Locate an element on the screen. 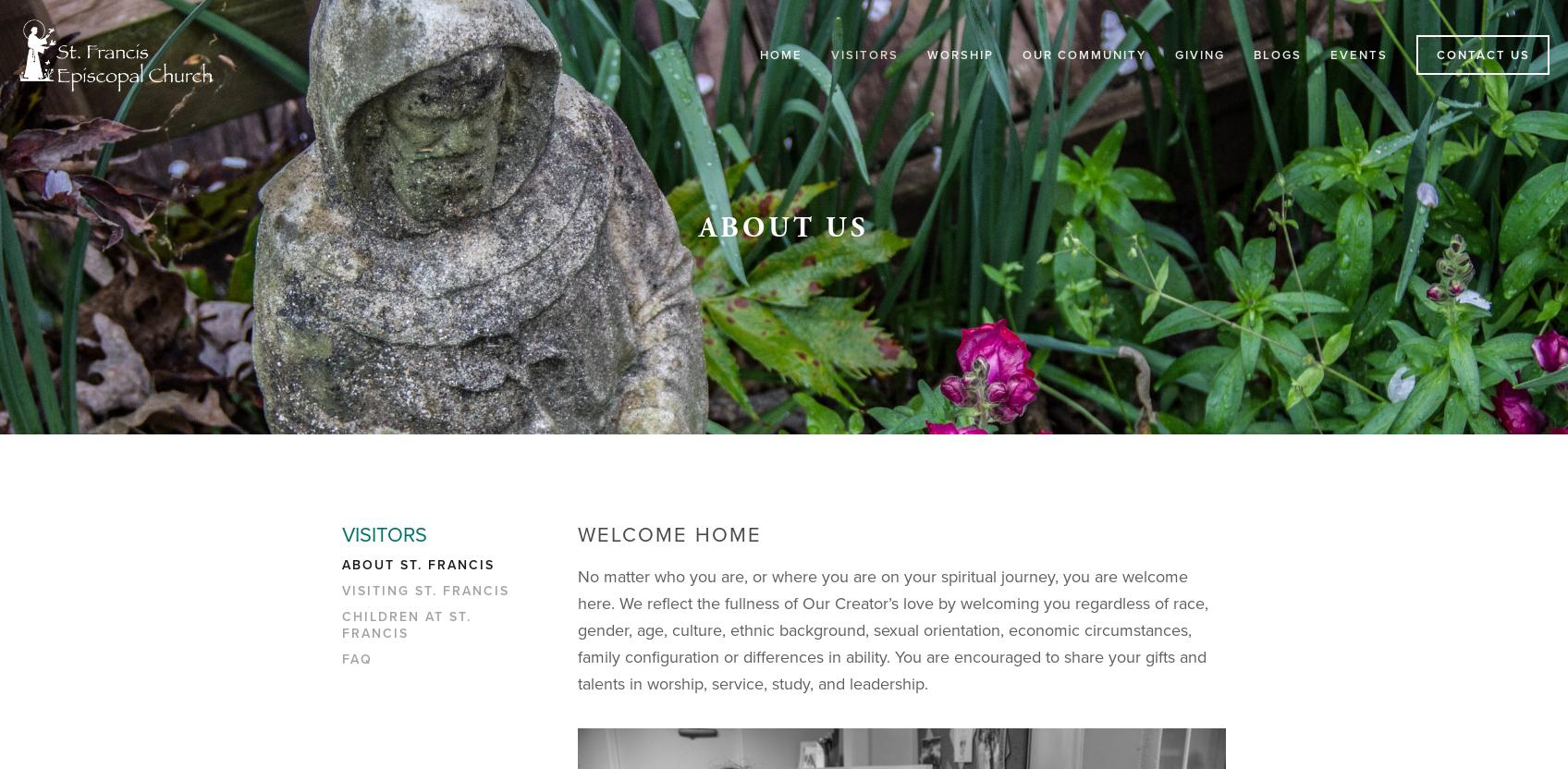  'Visiting St. Francis' is located at coordinates (341, 591).